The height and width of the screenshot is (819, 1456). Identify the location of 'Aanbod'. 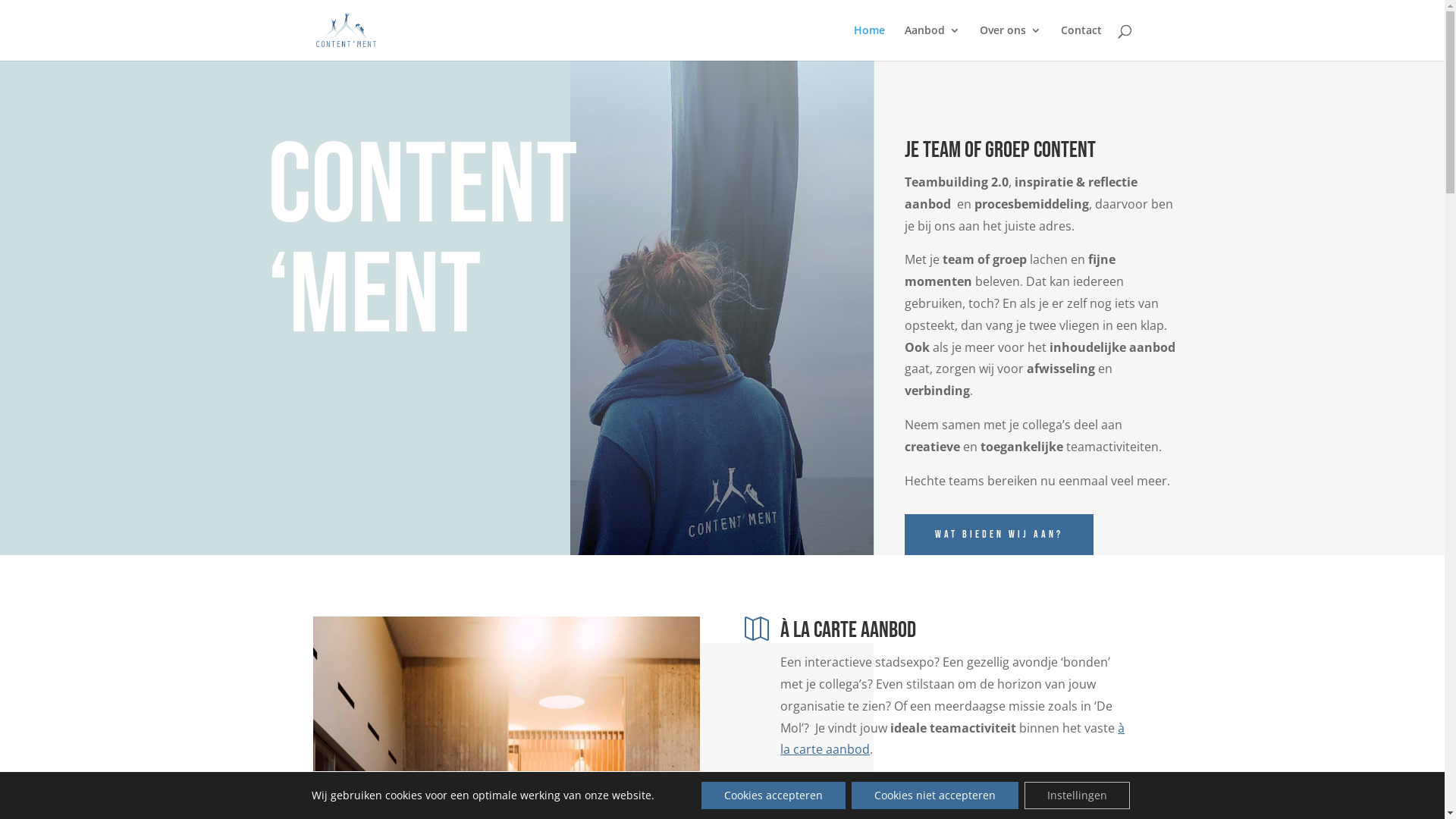
(930, 42).